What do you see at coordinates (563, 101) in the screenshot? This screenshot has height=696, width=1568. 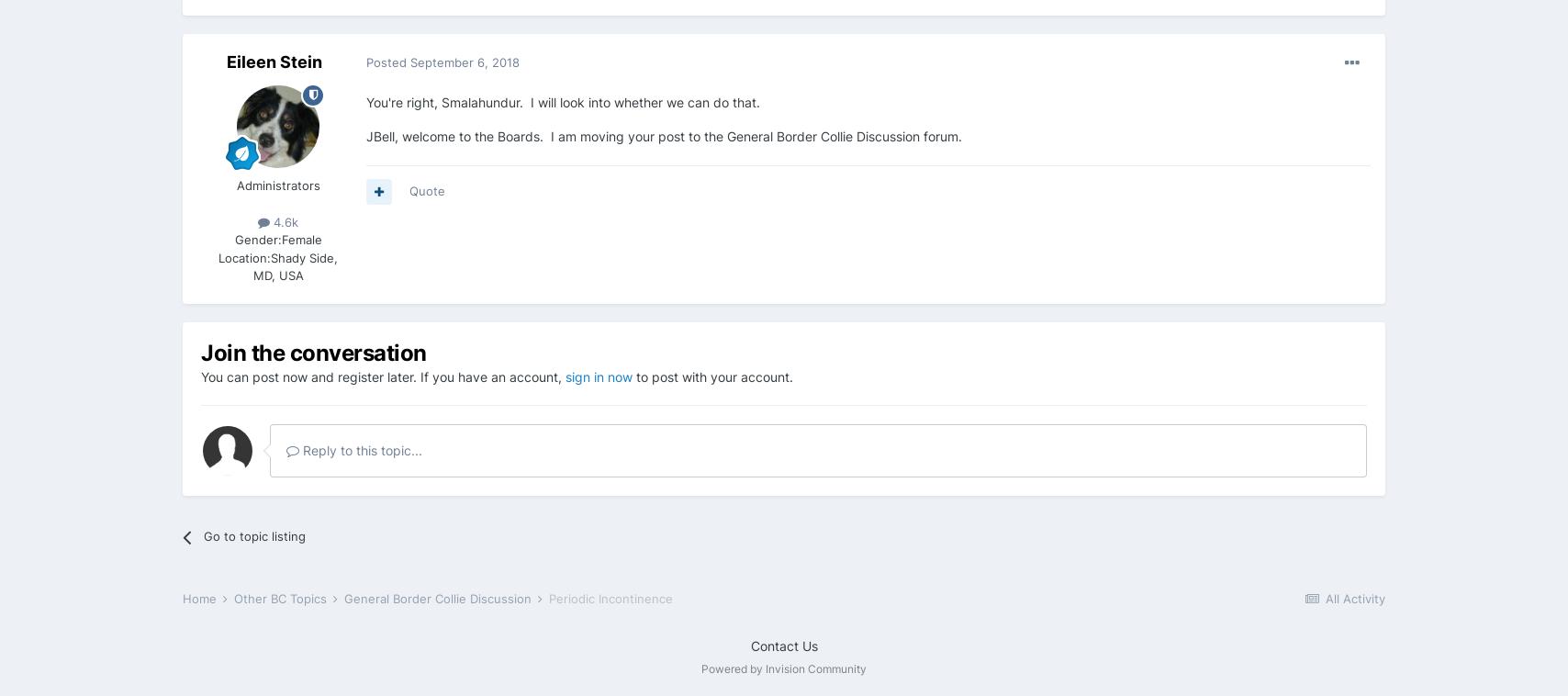 I see `'You're right, Smalahundur.  I will look into whether we can do that.'` at bounding box center [563, 101].